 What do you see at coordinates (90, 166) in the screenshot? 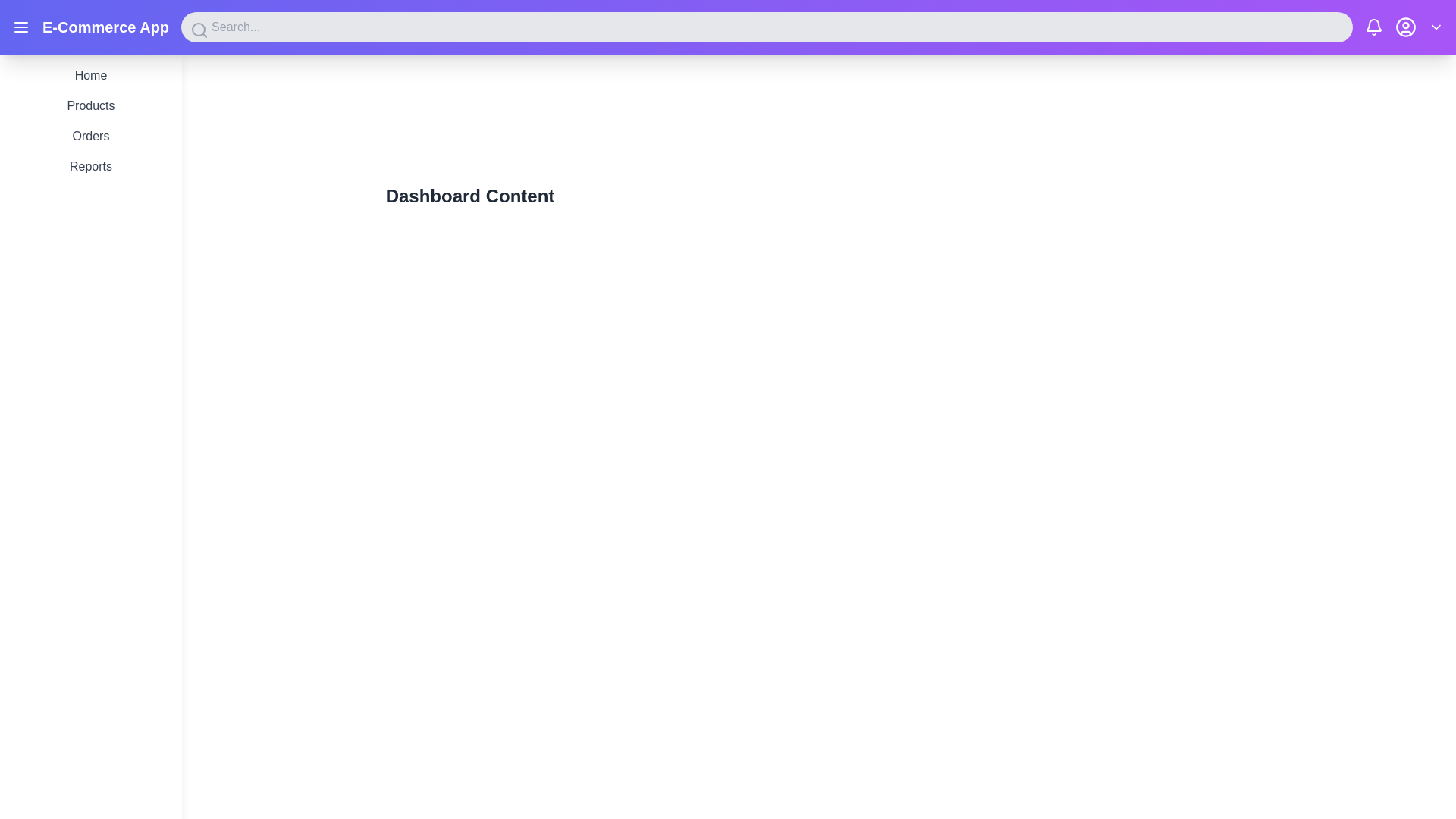
I see `the 'Reports' text link in the vertical navigation menu to observe the color change from gray to purple` at bounding box center [90, 166].